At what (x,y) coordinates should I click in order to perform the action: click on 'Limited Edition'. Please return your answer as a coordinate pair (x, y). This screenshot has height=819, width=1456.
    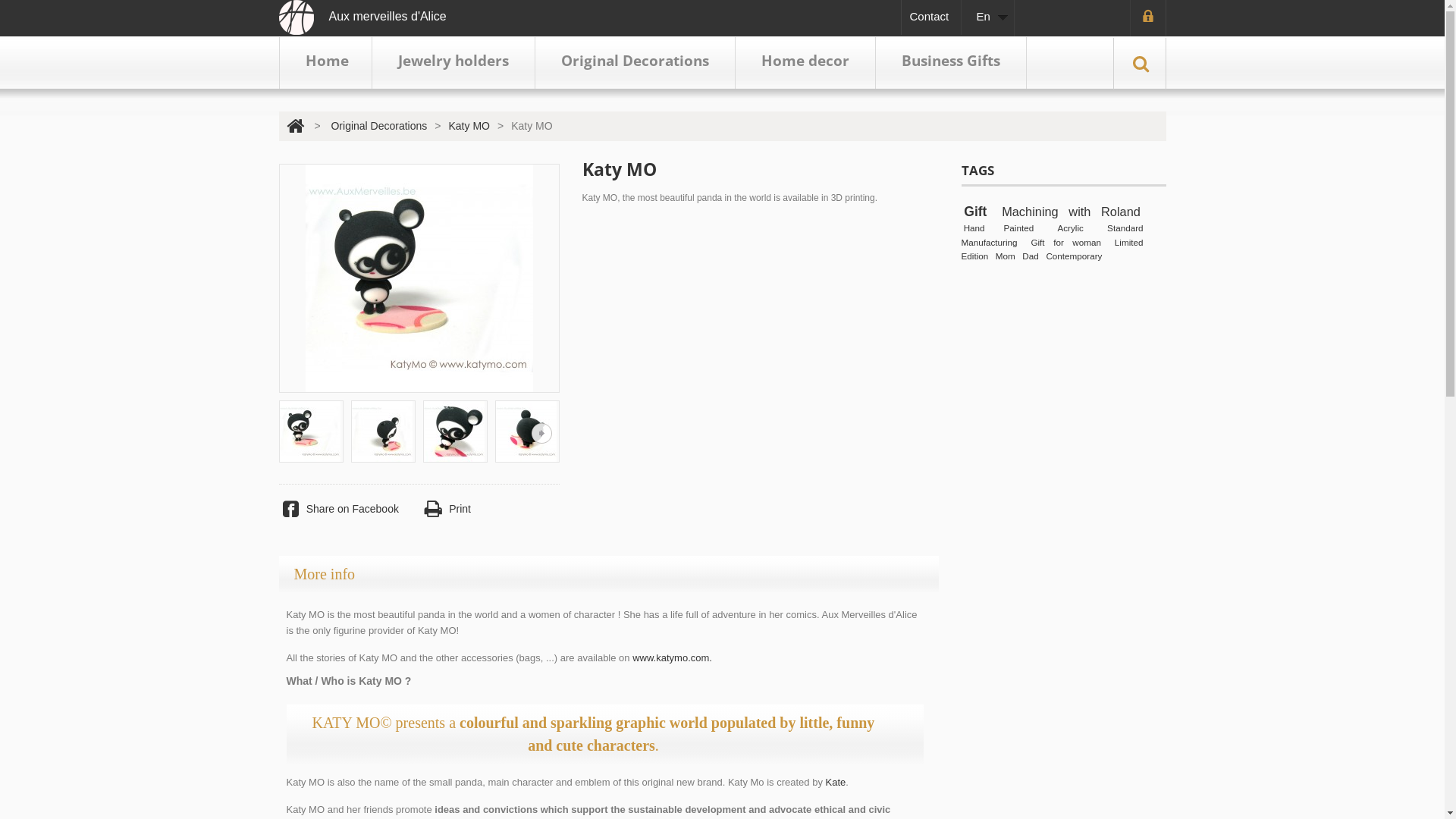
    Looking at the image, I should click on (960, 249).